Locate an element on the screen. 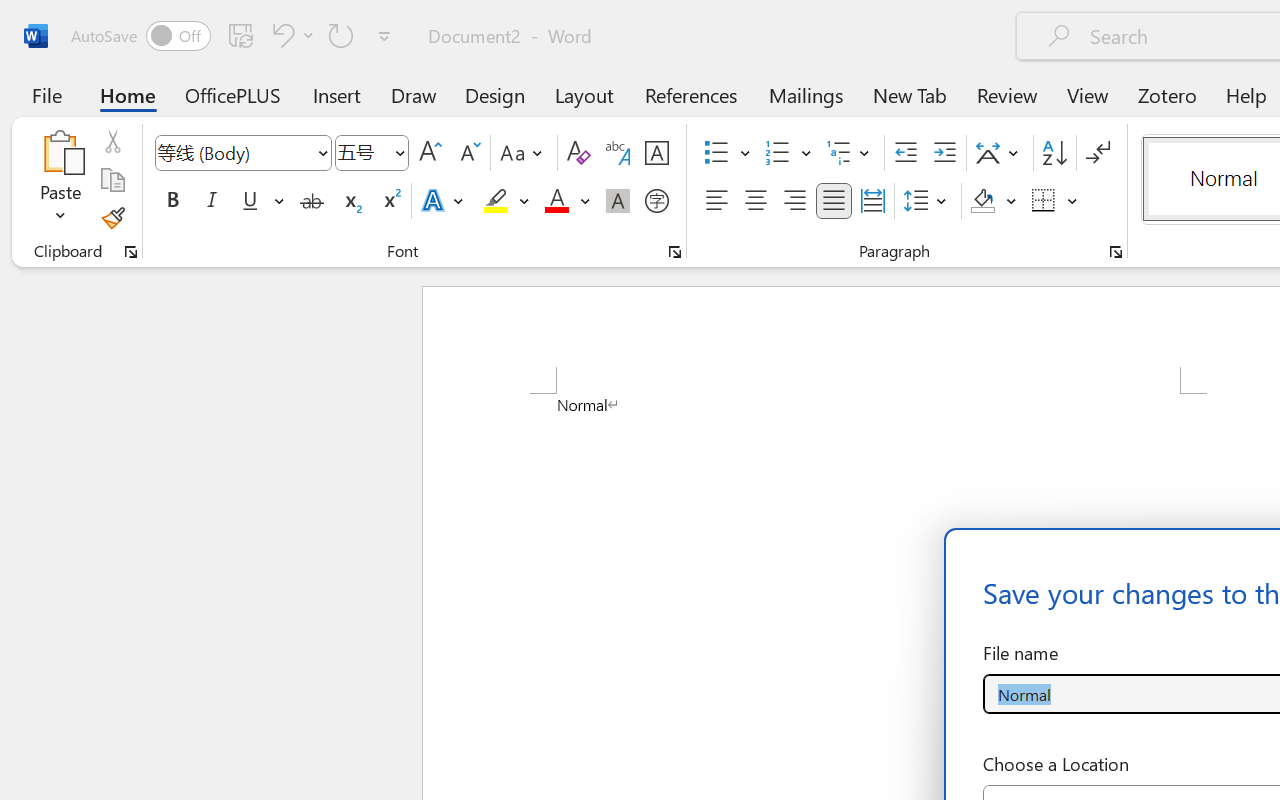  'Repeat Style' is located at coordinates (341, 34).